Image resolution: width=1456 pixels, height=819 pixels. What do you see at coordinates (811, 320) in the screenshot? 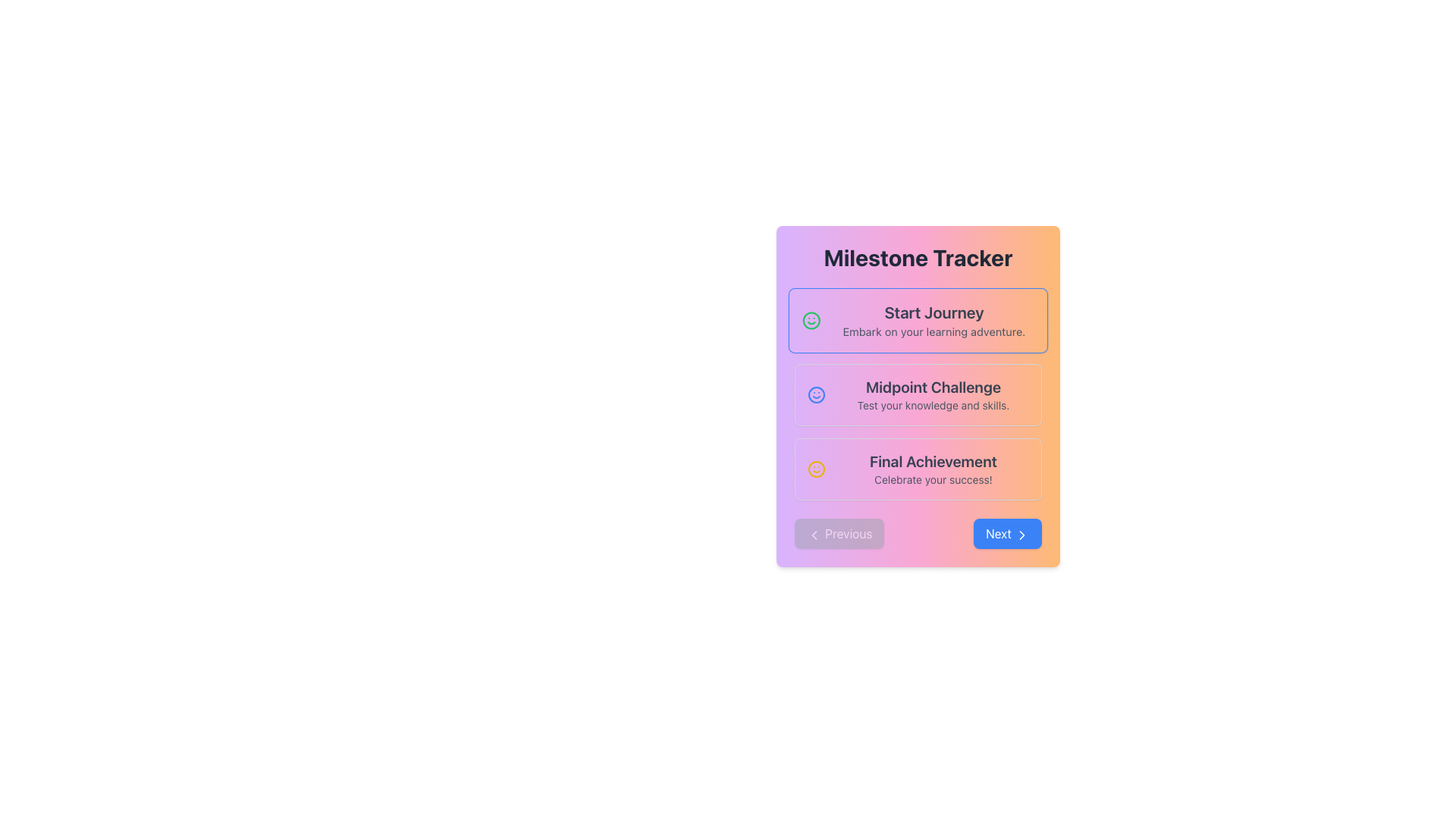
I see `the circular graphic that represents the boundary of the smiling face illustration in the milestone tracker interface, which is central to the 'Start Journey' step` at bounding box center [811, 320].